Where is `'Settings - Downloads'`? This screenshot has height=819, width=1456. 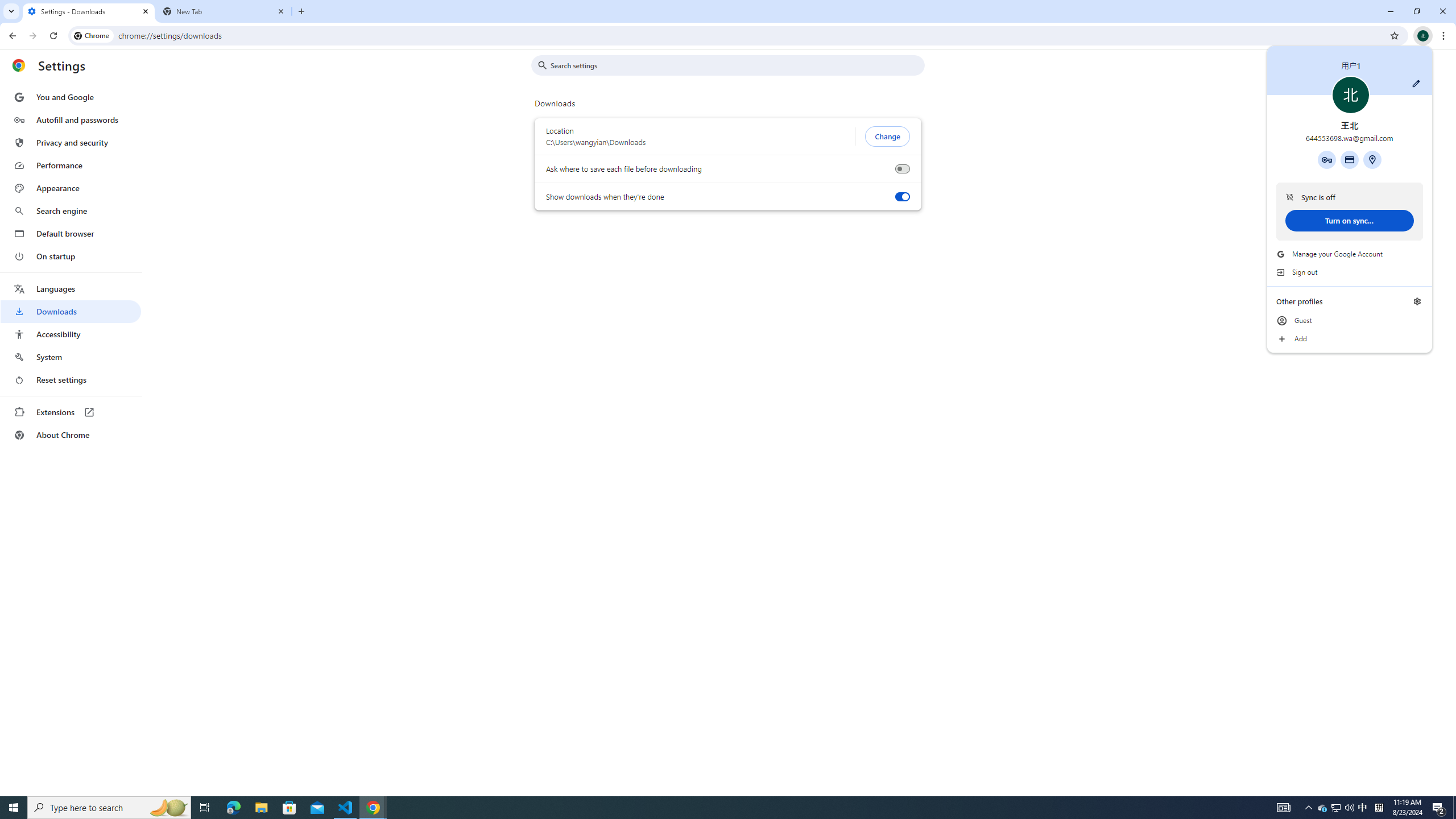 'Settings - Downloads' is located at coordinates (88, 11).